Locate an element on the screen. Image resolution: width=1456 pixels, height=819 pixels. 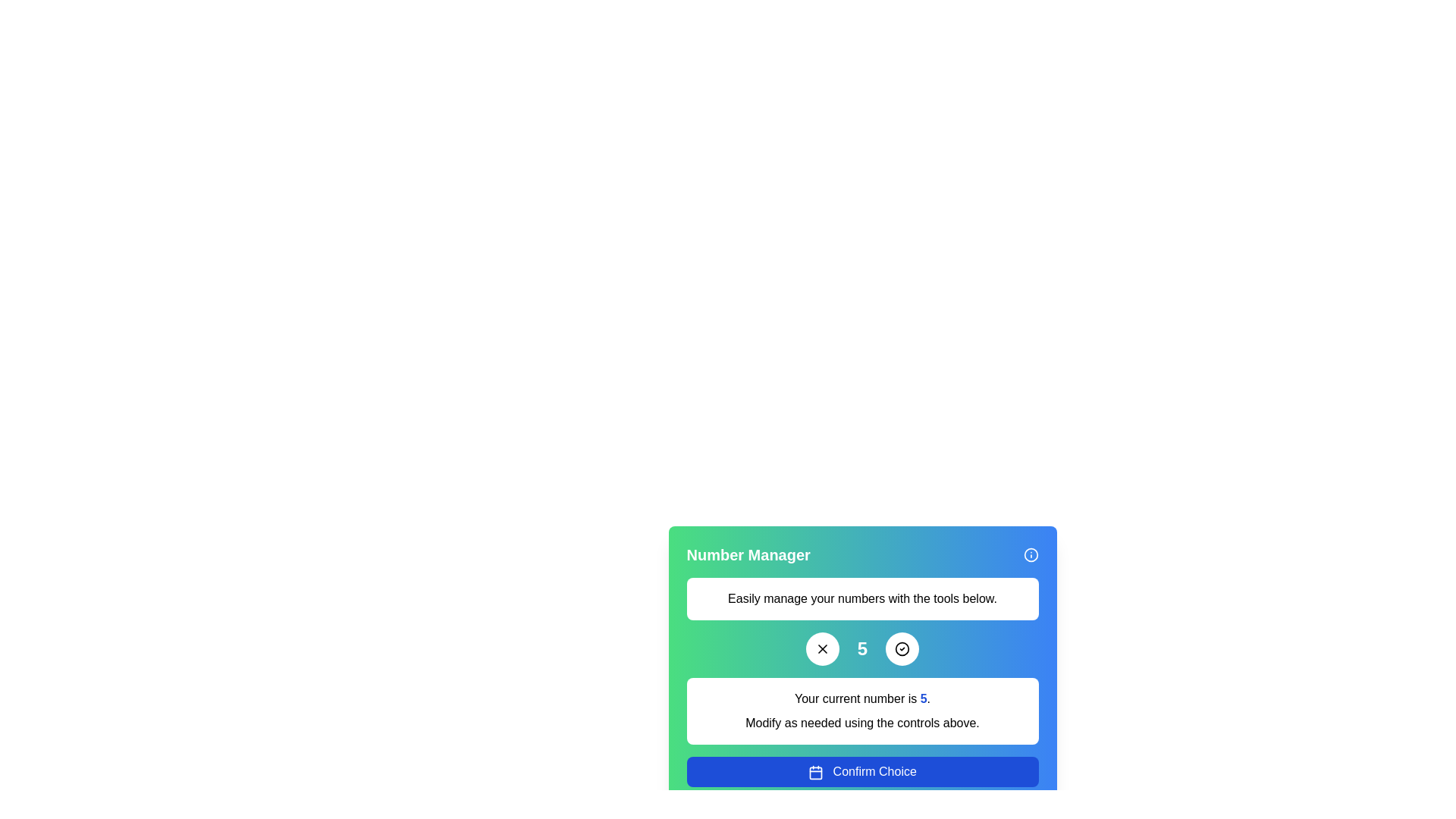
the unfilled circular SVG element located in the top-right corner of the card interface is located at coordinates (1031, 555).